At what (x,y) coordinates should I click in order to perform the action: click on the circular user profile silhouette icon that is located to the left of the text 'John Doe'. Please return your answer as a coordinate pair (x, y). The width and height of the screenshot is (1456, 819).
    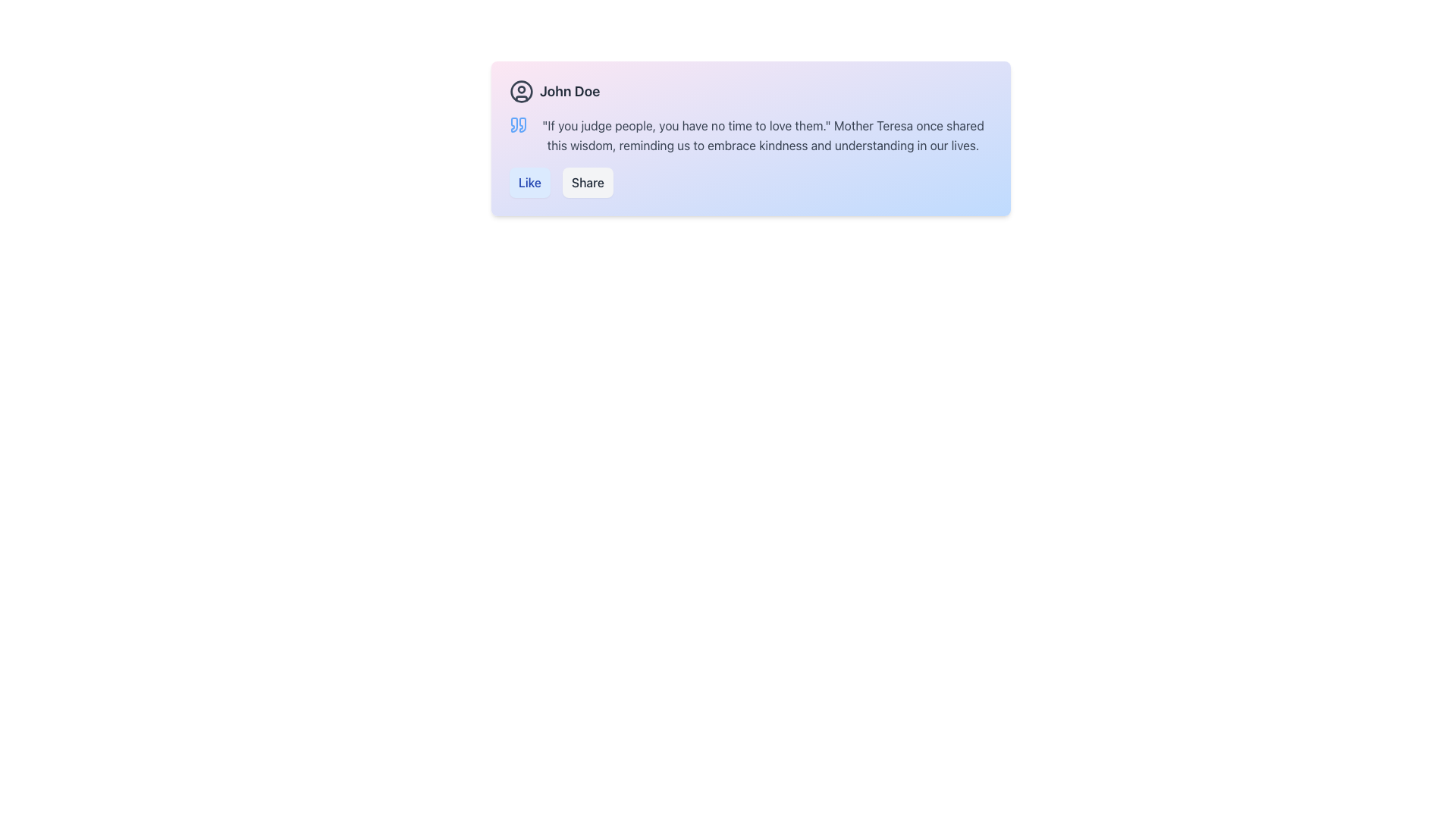
    Looking at the image, I should click on (521, 91).